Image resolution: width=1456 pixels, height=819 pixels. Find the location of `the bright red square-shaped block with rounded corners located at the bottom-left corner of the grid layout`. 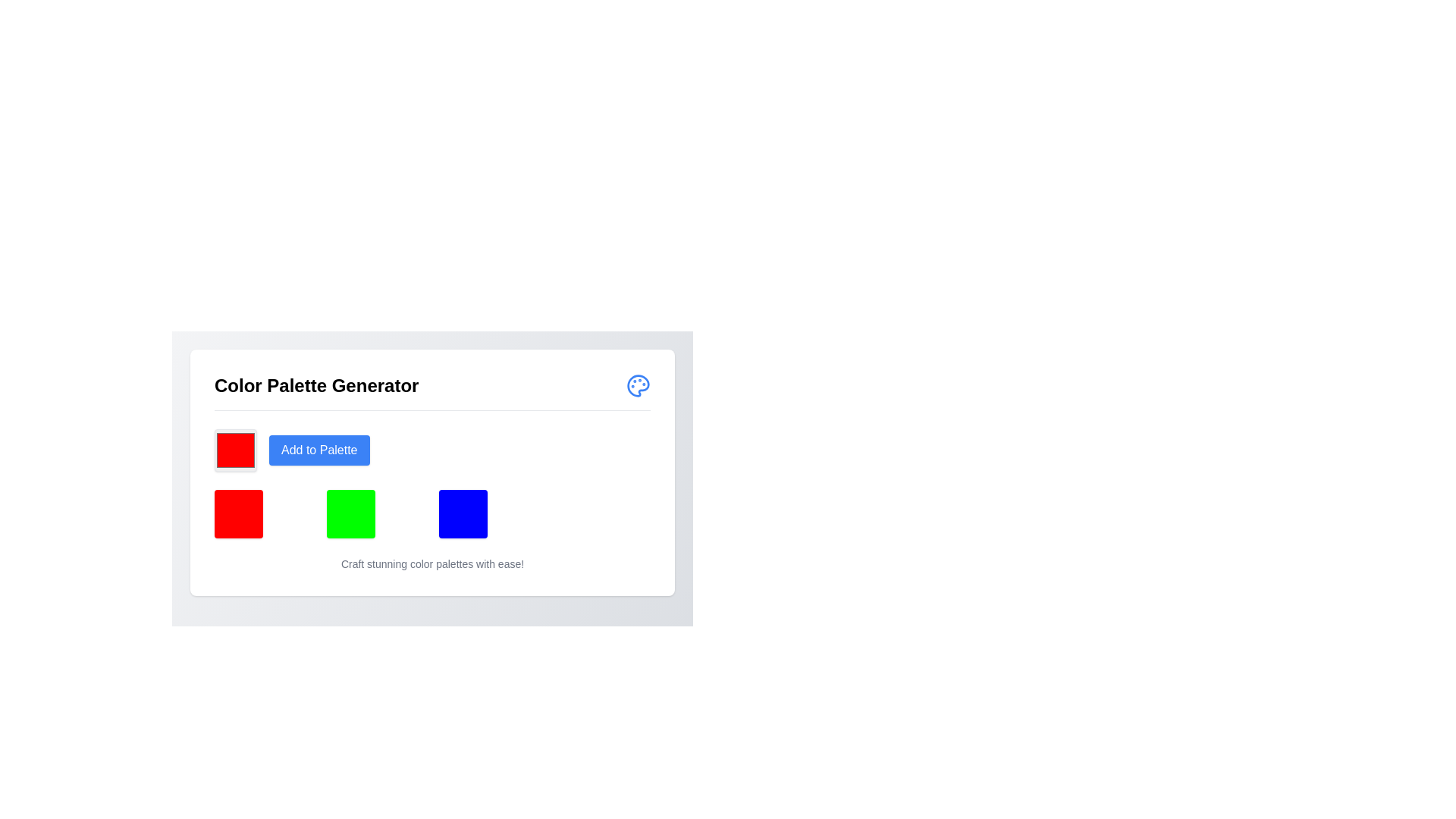

the bright red square-shaped block with rounded corners located at the bottom-left corner of the grid layout is located at coordinates (238, 513).